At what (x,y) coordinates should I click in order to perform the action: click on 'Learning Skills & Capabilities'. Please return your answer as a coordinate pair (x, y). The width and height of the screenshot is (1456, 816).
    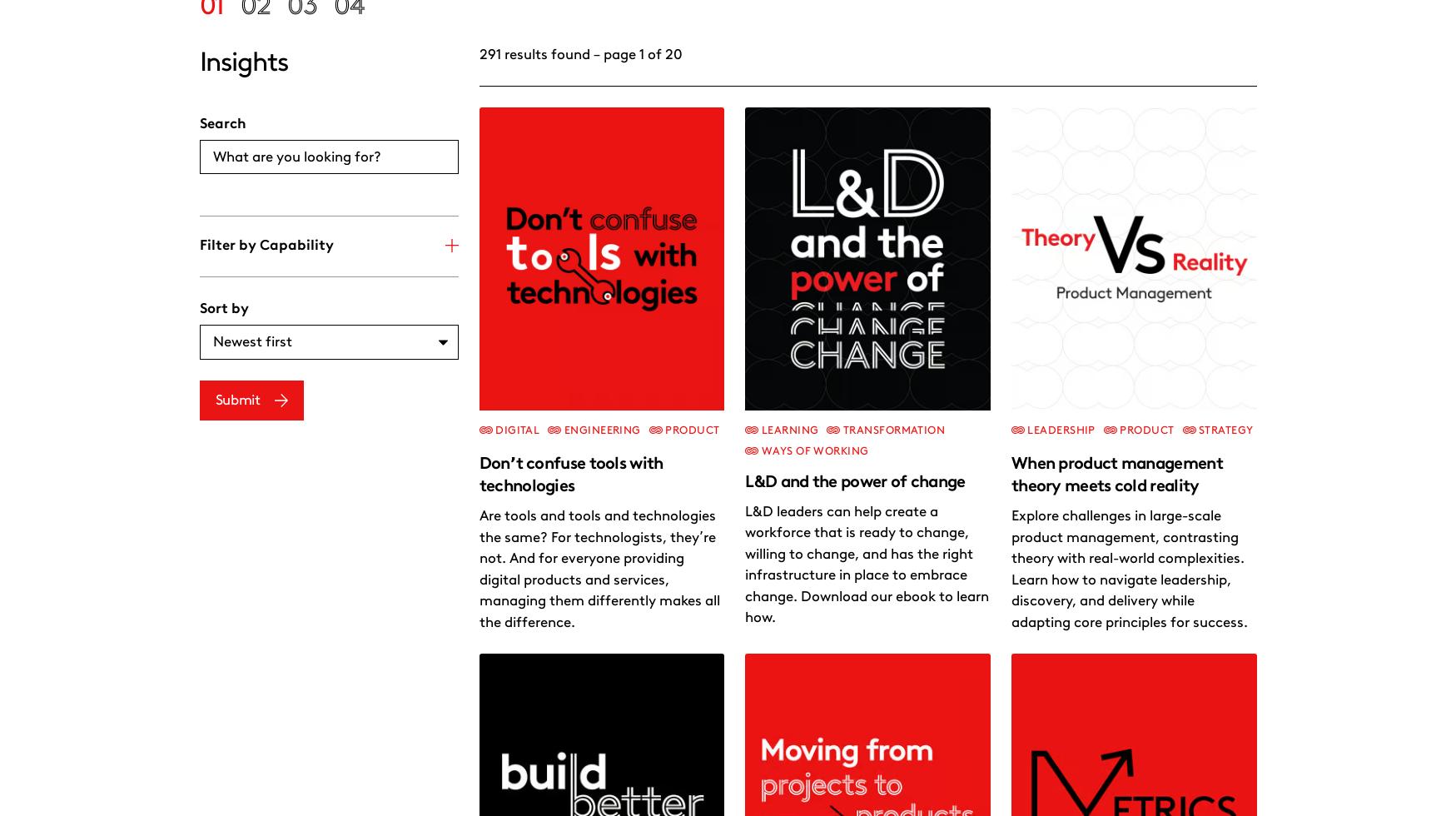
    Looking at the image, I should click on (1013, 759).